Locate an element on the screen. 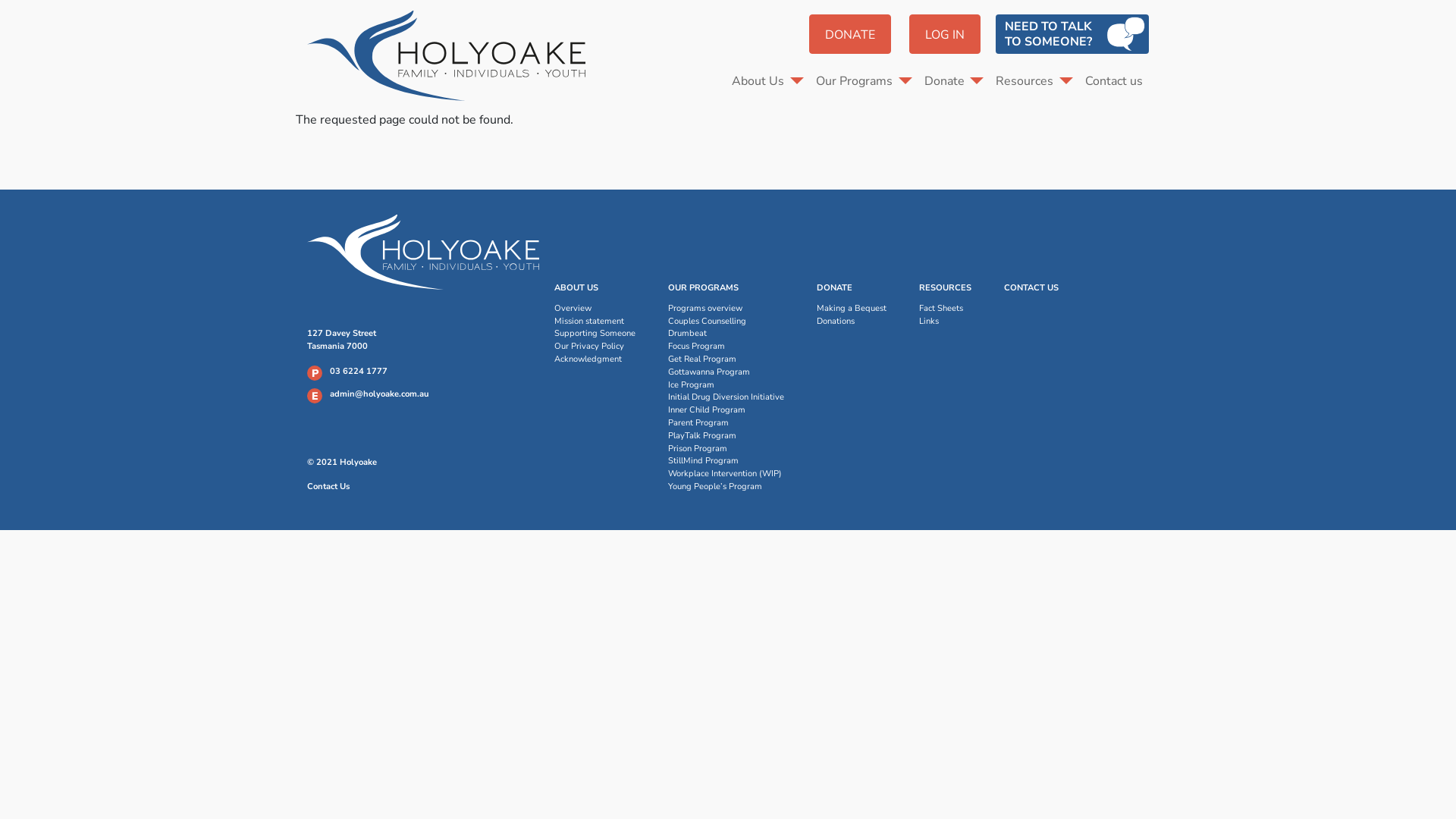  'DONATE' is located at coordinates (808, 34).